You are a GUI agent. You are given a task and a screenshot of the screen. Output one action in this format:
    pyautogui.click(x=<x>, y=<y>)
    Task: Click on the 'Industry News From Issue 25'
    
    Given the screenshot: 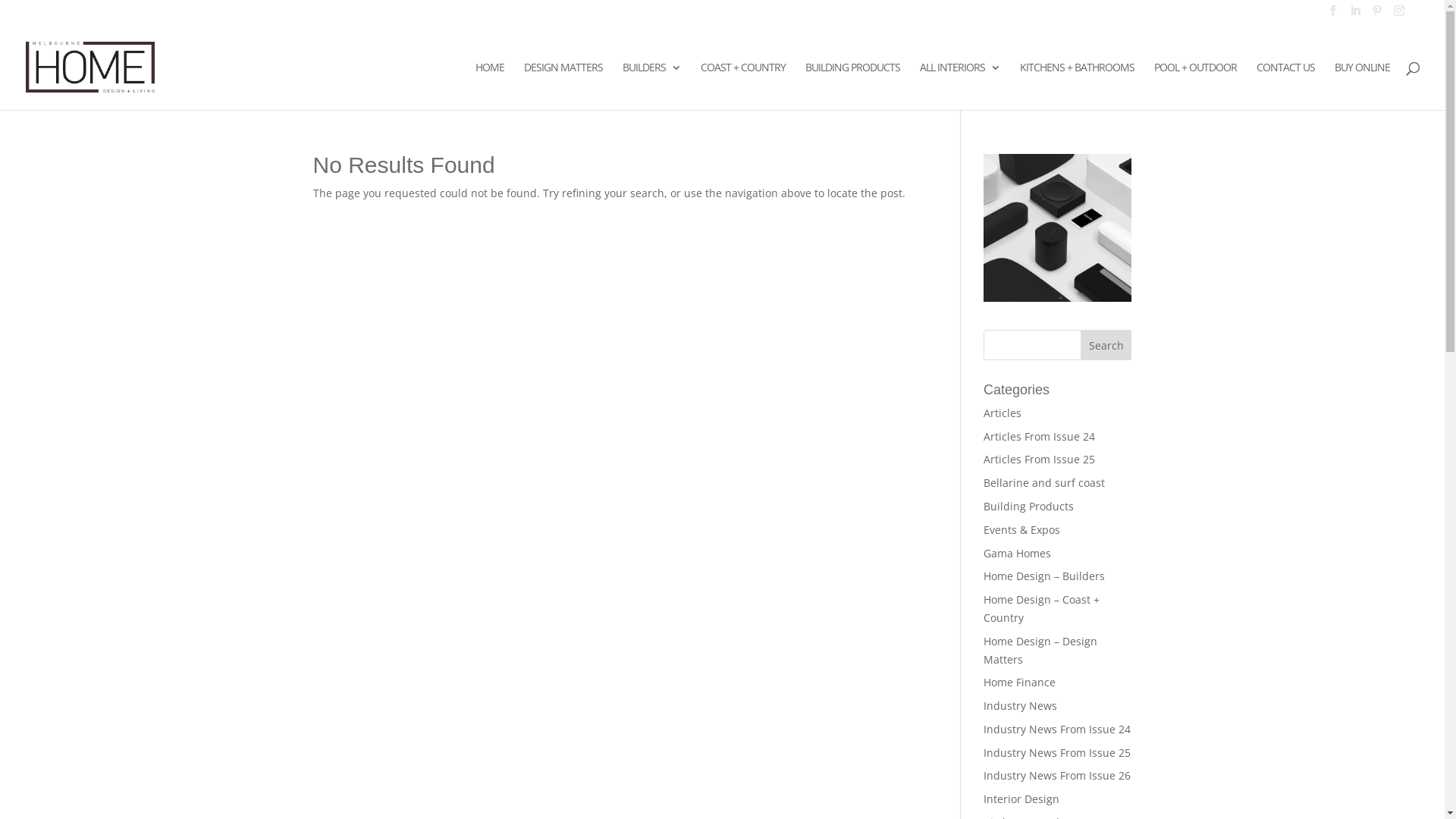 What is the action you would take?
    pyautogui.click(x=983, y=752)
    